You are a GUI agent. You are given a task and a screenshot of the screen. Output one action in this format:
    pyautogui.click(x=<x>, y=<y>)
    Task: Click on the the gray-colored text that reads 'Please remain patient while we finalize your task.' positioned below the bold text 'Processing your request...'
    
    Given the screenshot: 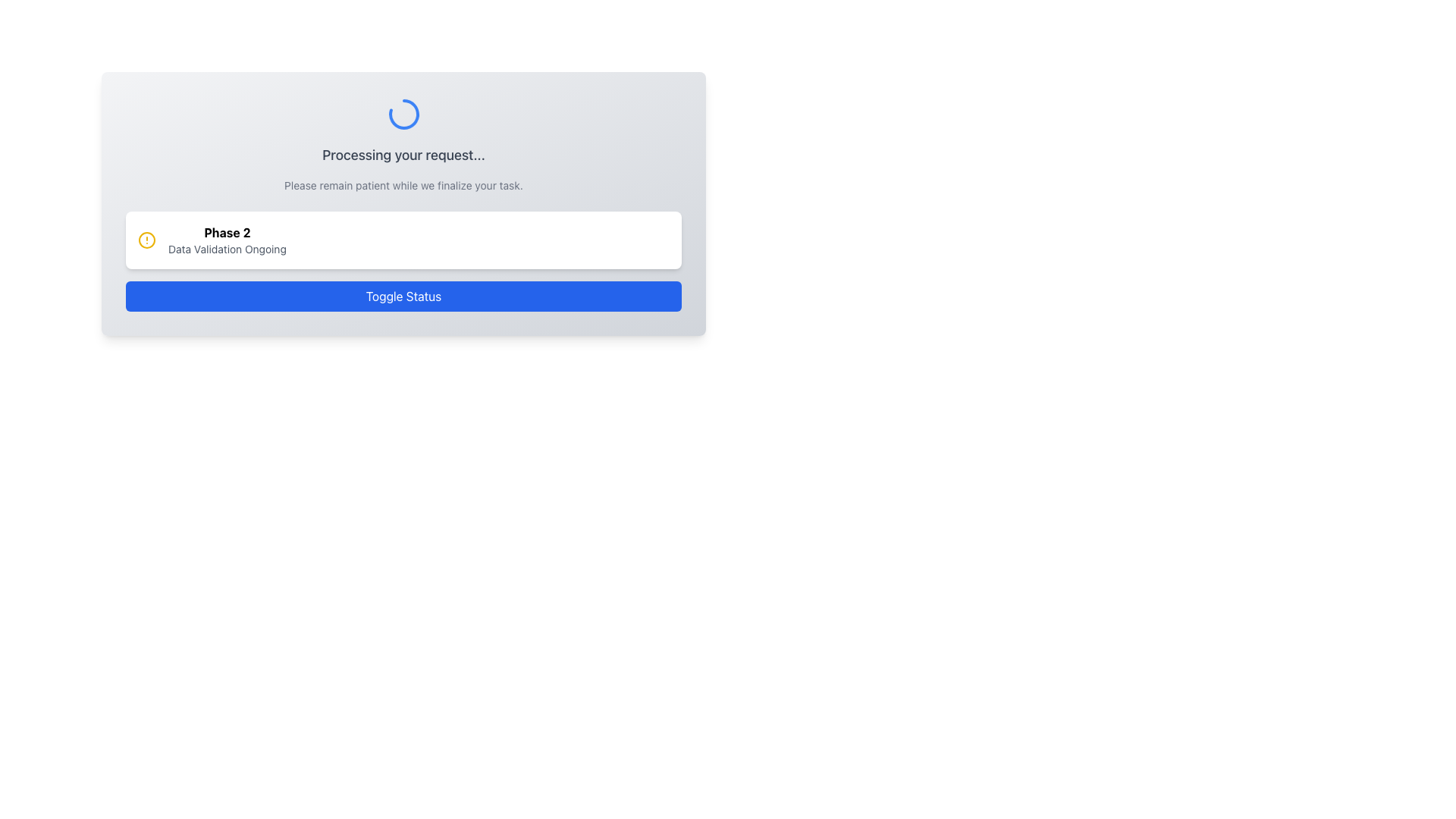 What is the action you would take?
    pyautogui.click(x=403, y=185)
    